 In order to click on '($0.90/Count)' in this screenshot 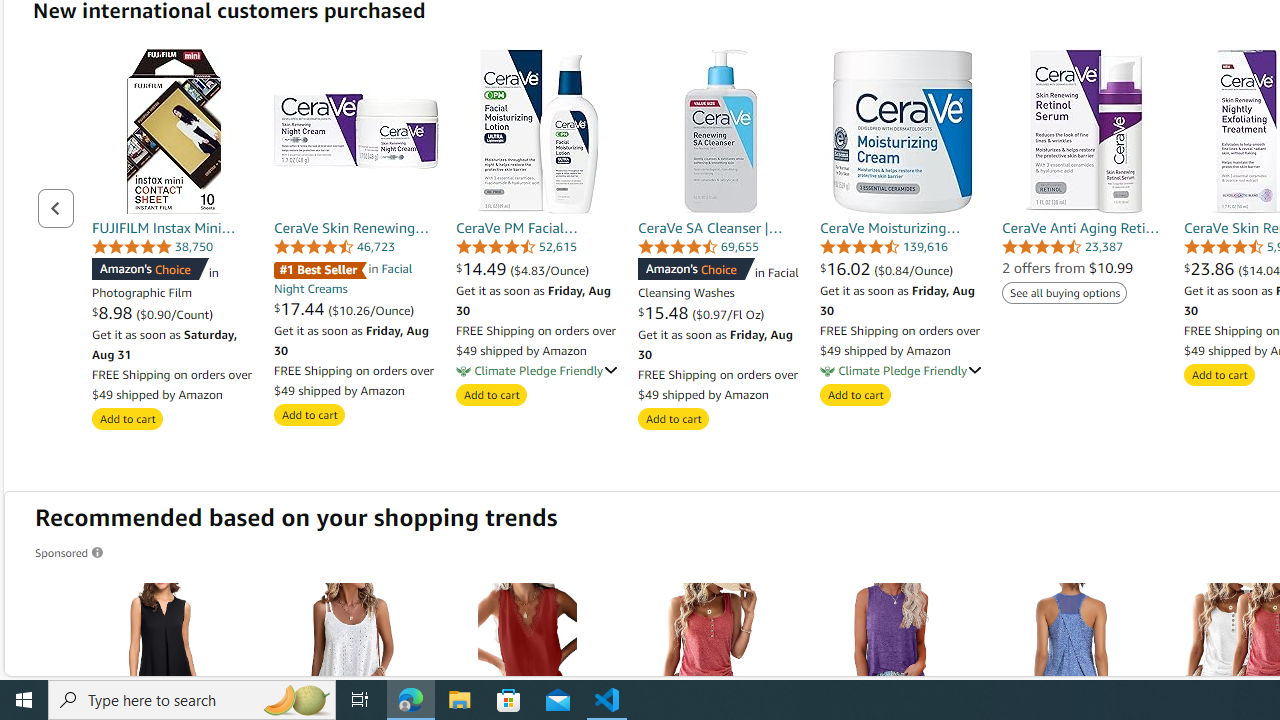, I will do `click(174, 314)`.